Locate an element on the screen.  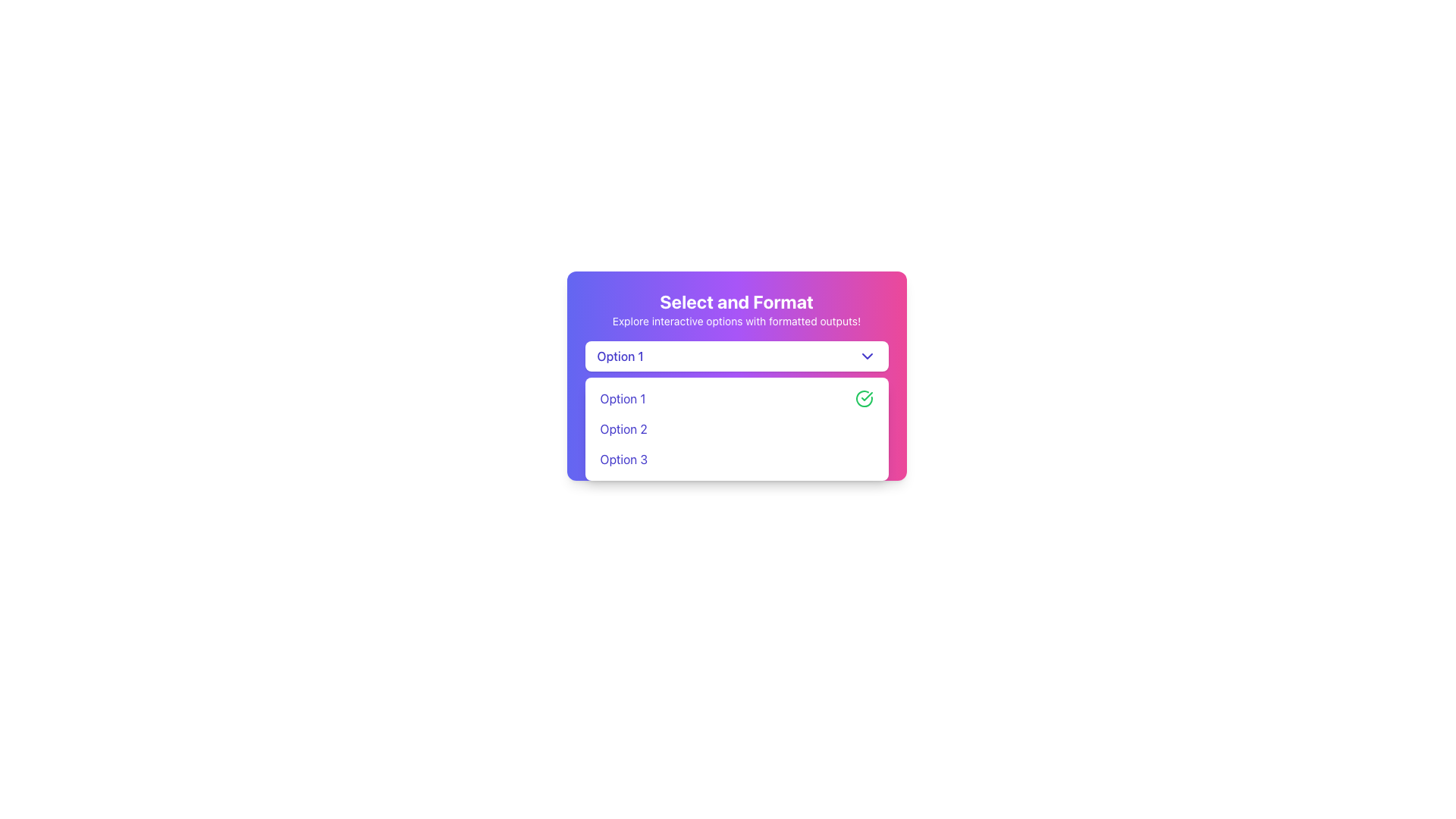
the 'Option 2' text label within the dropdown menu is located at coordinates (623, 429).